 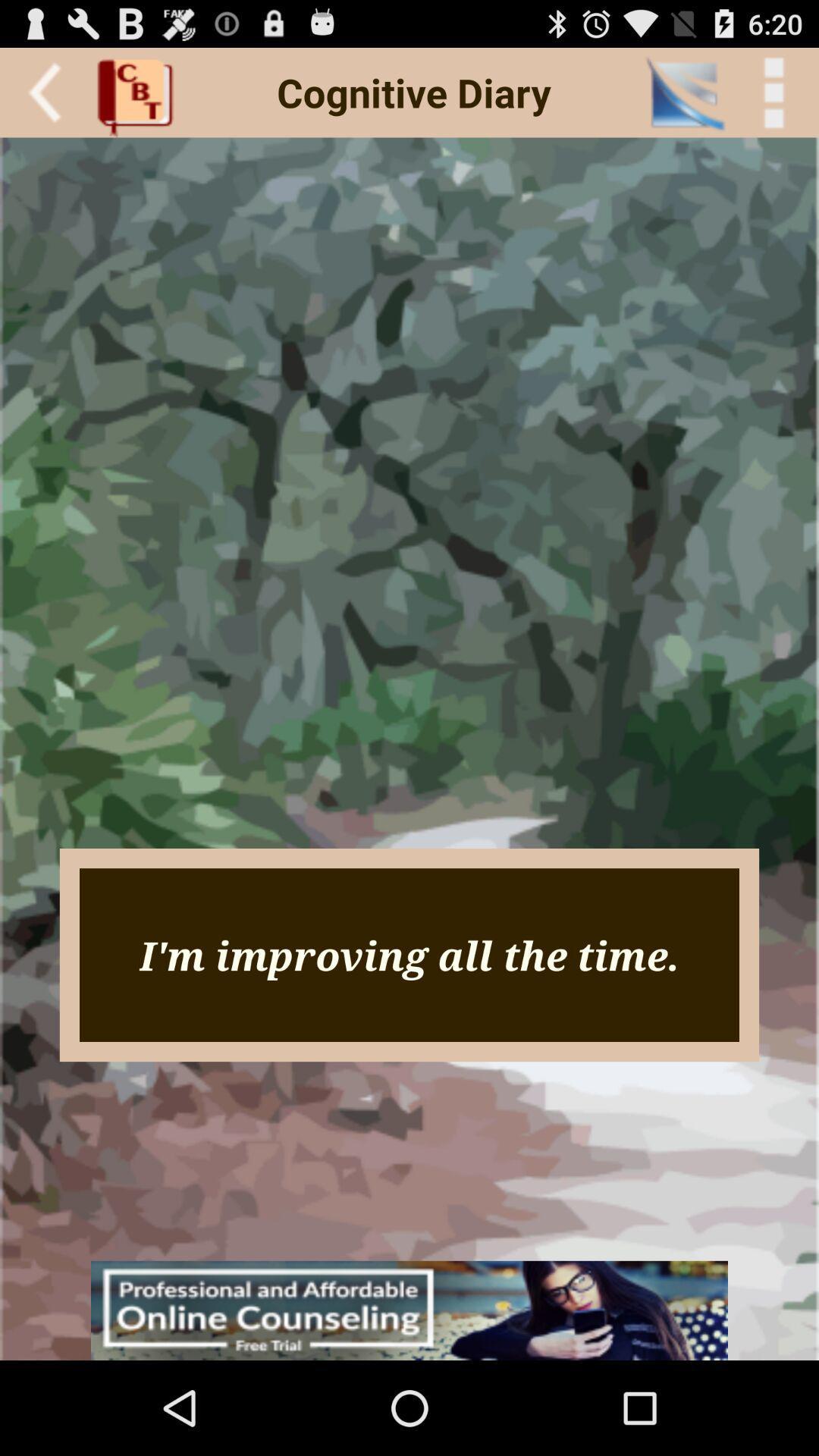 What do you see at coordinates (684, 92) in the screenshot?
I see `item to the right of cognitive diary item` at bounding box center [684, 92].